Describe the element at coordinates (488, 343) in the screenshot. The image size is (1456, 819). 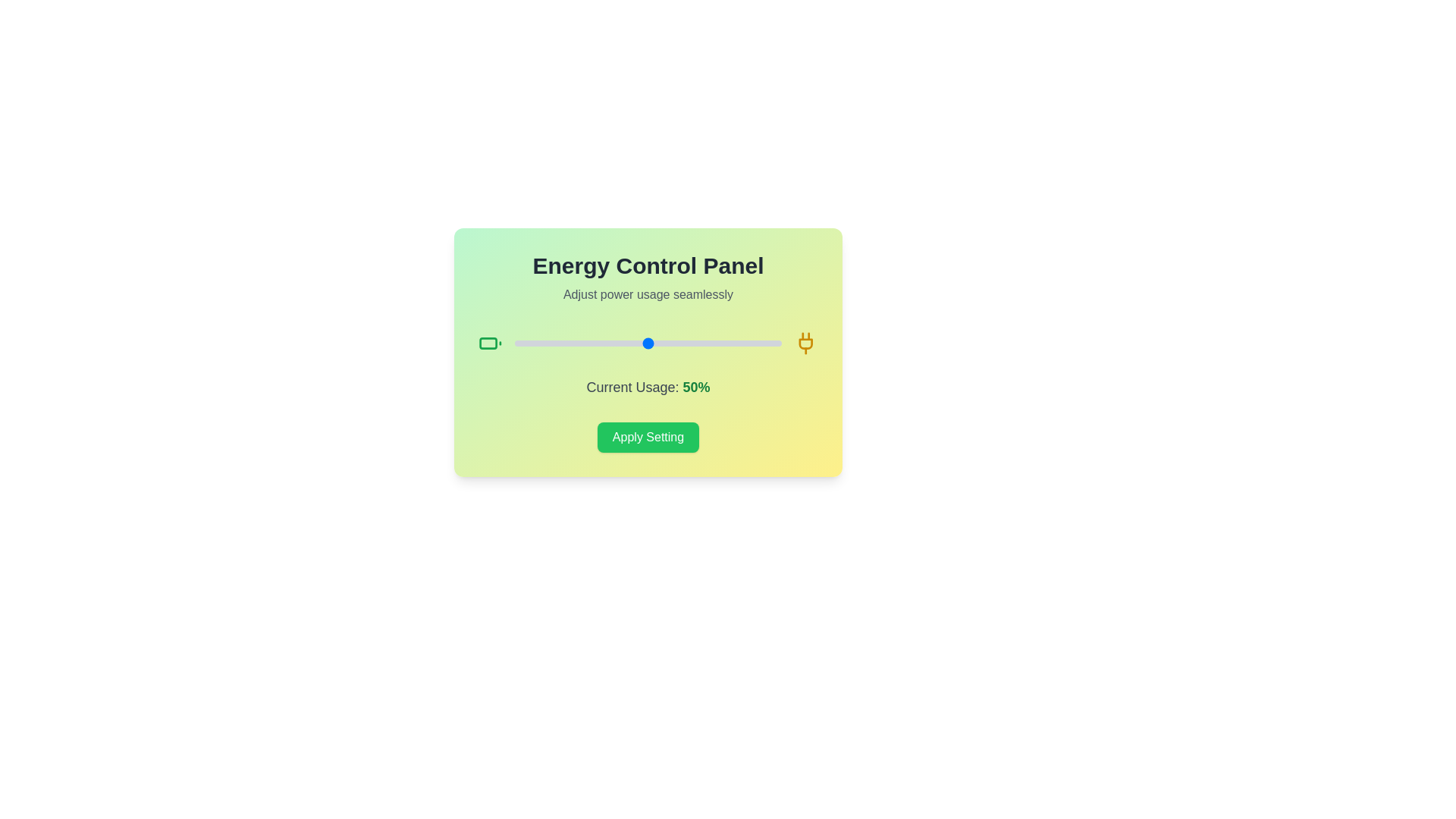
I see `the rectangular shape that is part of the battery icon, which is centrally located within the main body of the battery icon in the Energy Control Panel` at that location.